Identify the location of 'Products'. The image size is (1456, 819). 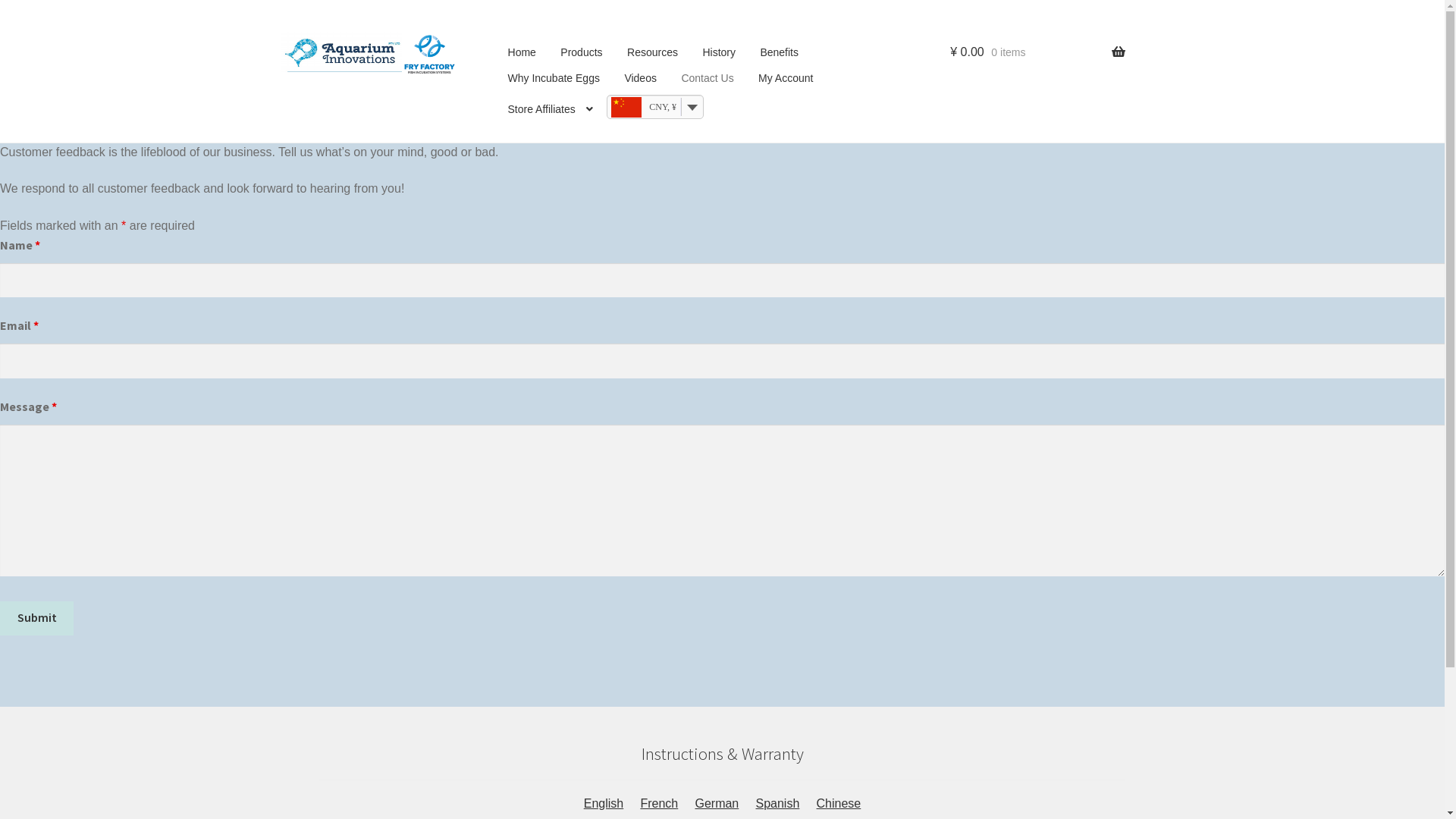
(580, 55).